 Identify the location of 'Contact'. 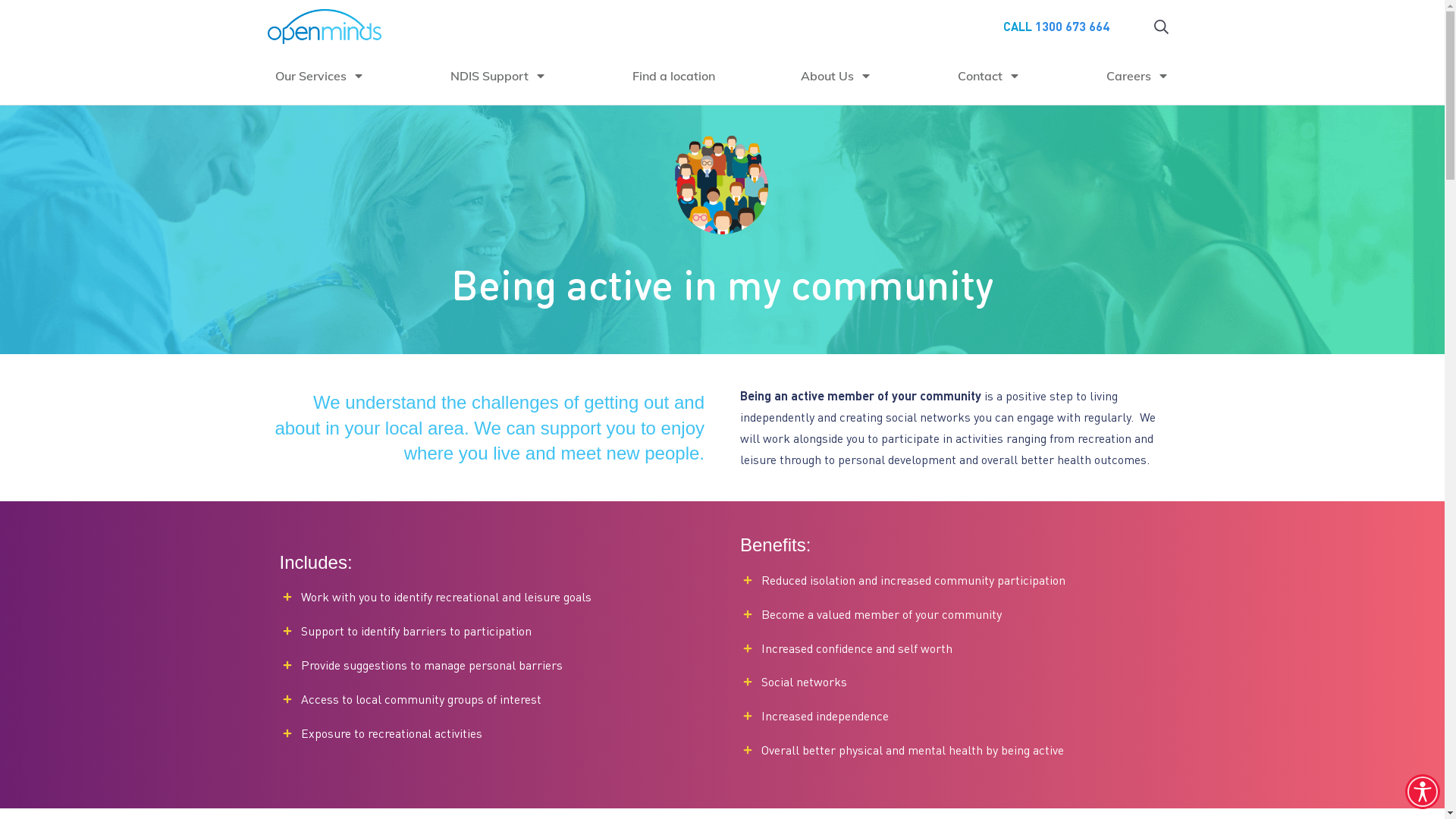
(989, 76).